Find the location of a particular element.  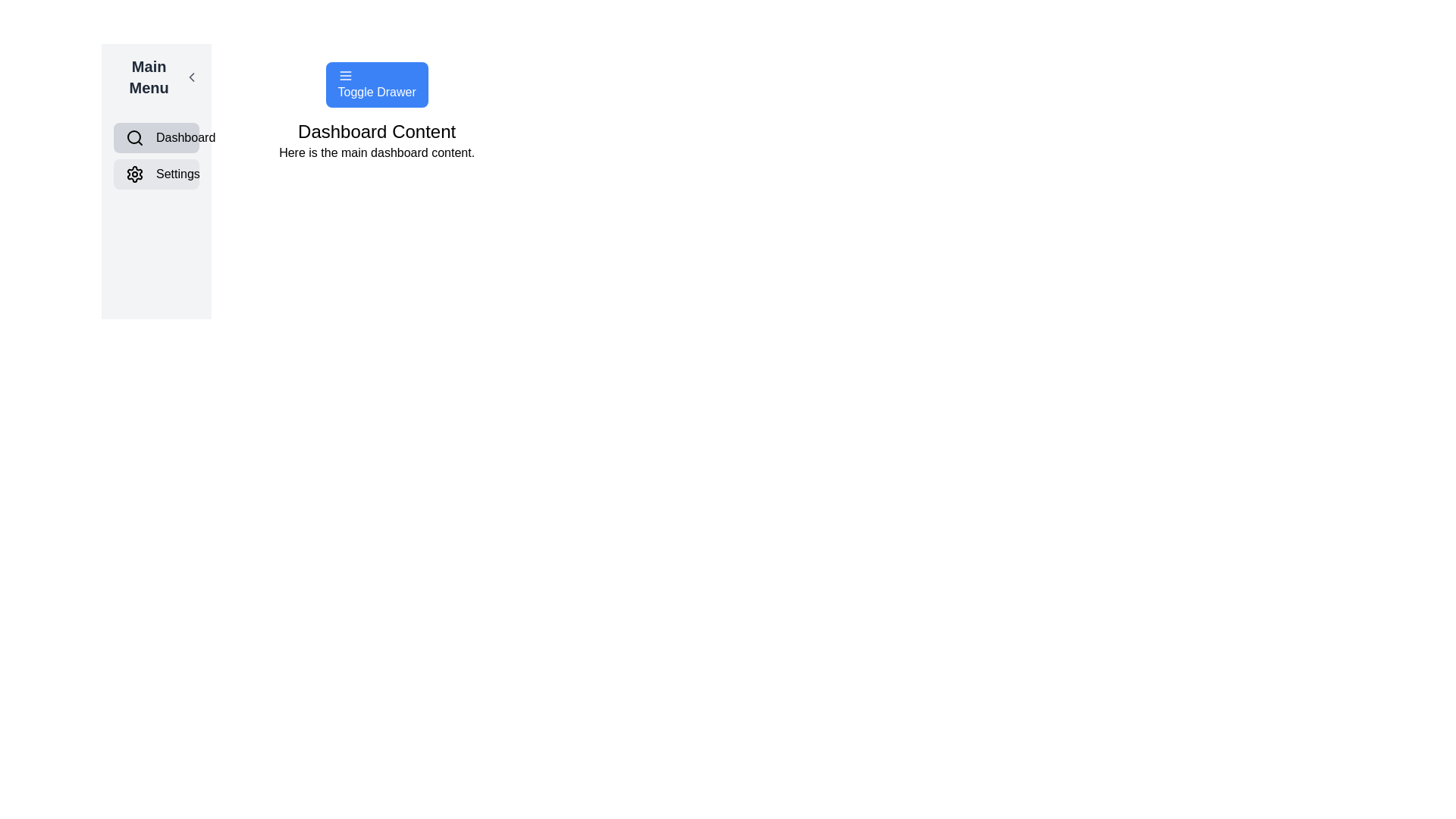

text content of the Text Label located below the 'Dashboard Content' in the central area of the interface is located at coordinates (377, 152).